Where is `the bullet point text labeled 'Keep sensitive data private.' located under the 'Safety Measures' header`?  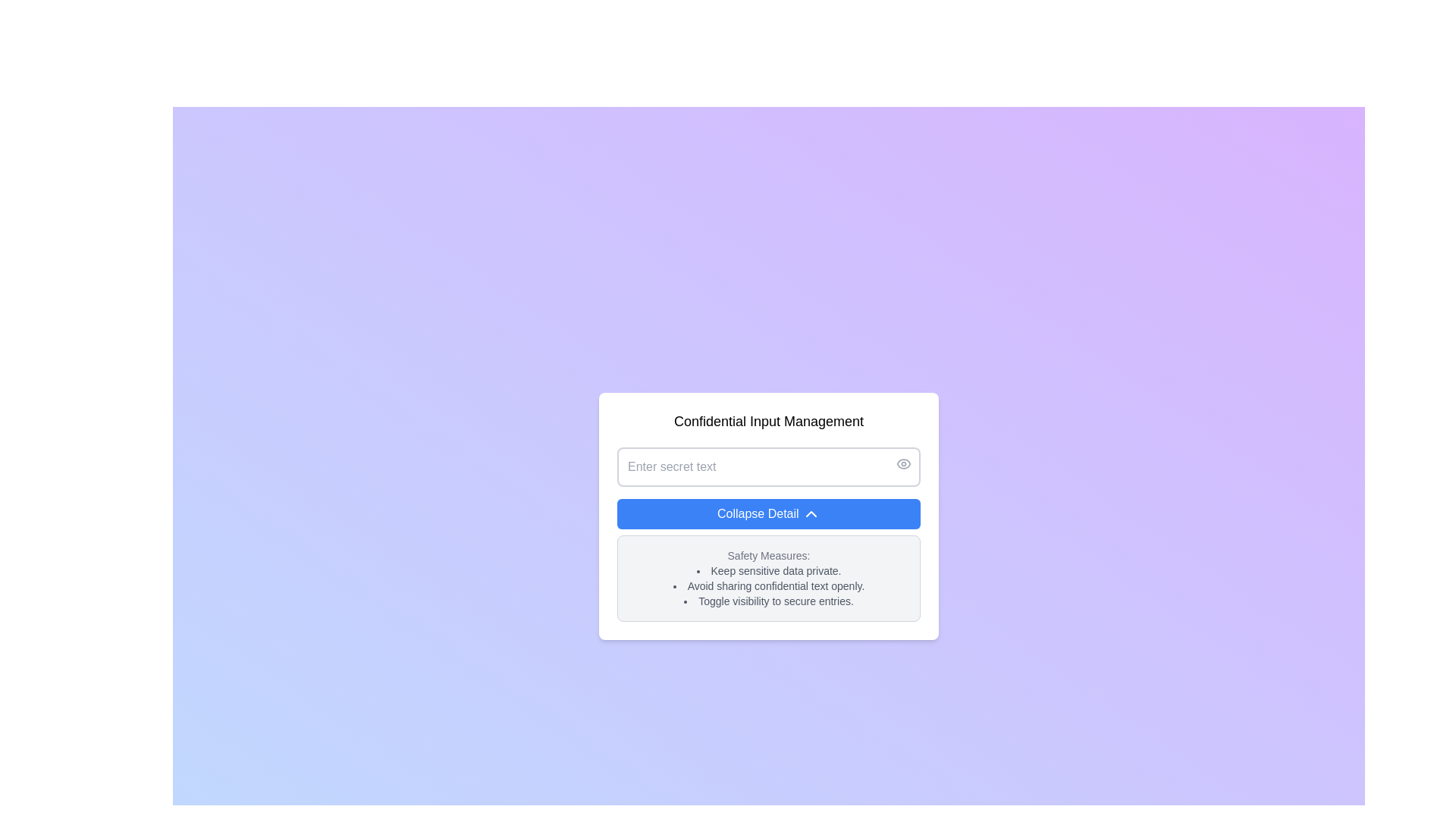 the bullet point text labeled 'Keep sensitive data private.' located under the 'Safety Measures' header is located at coordinates (768, 570).